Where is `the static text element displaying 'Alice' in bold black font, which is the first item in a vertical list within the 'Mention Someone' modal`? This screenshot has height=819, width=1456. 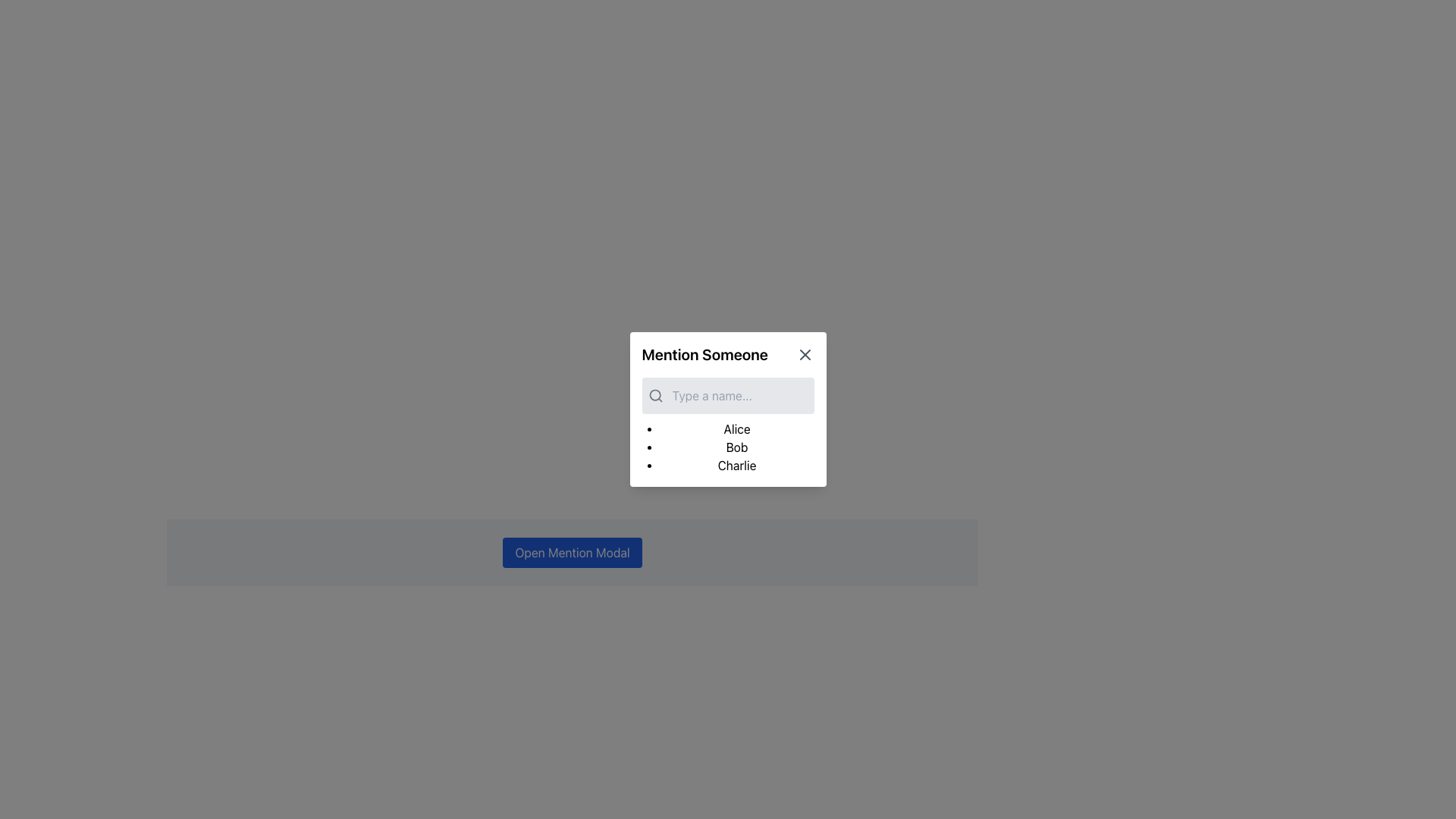
the static text element displaying 'Alice' in bold black font, which is the first item in a vertical list within the 'Mention Someone' modal is located at coordinates (736, 429).